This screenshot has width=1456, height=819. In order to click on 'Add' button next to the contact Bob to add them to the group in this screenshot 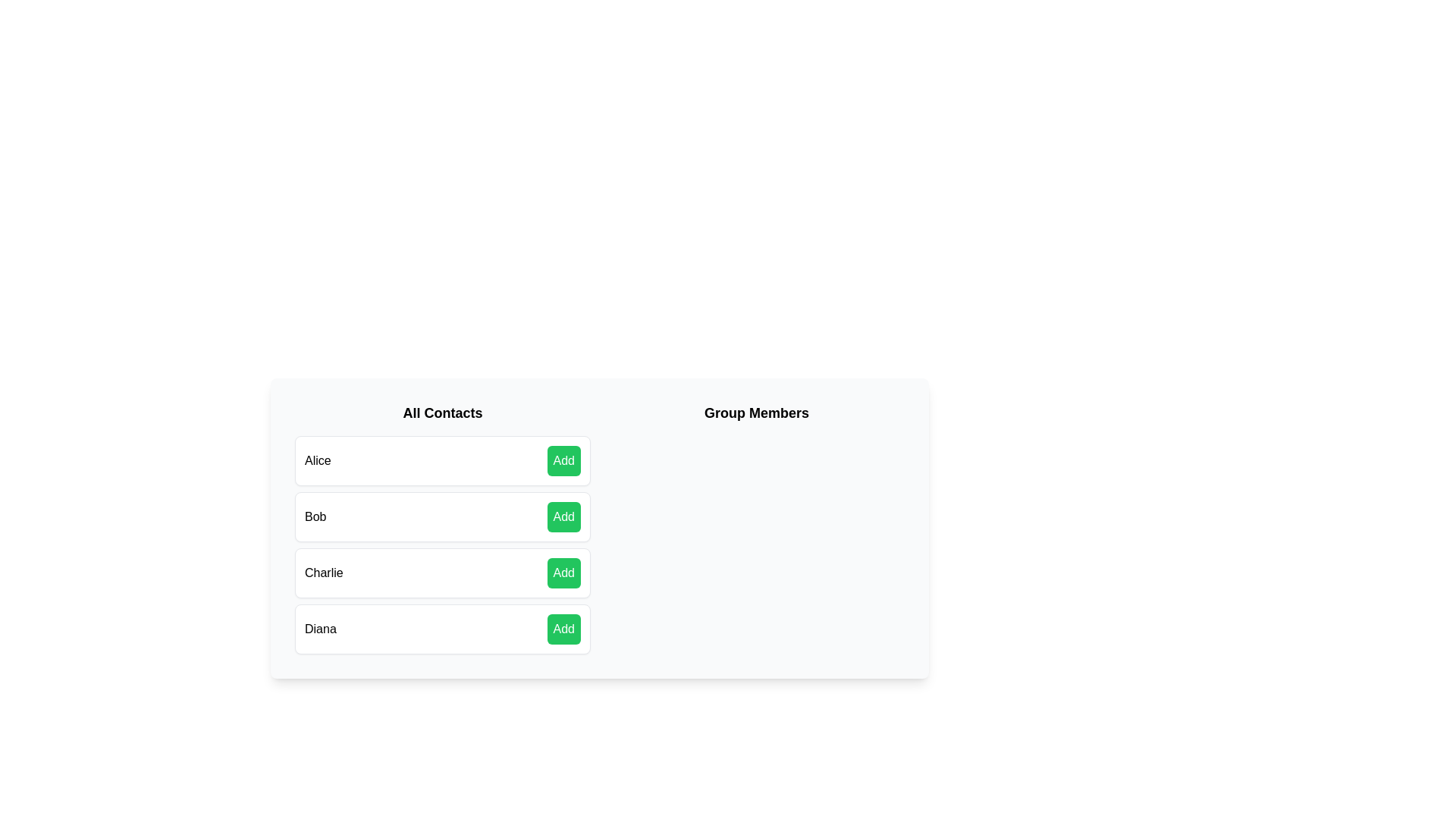, I will do `click(563, 516)`.